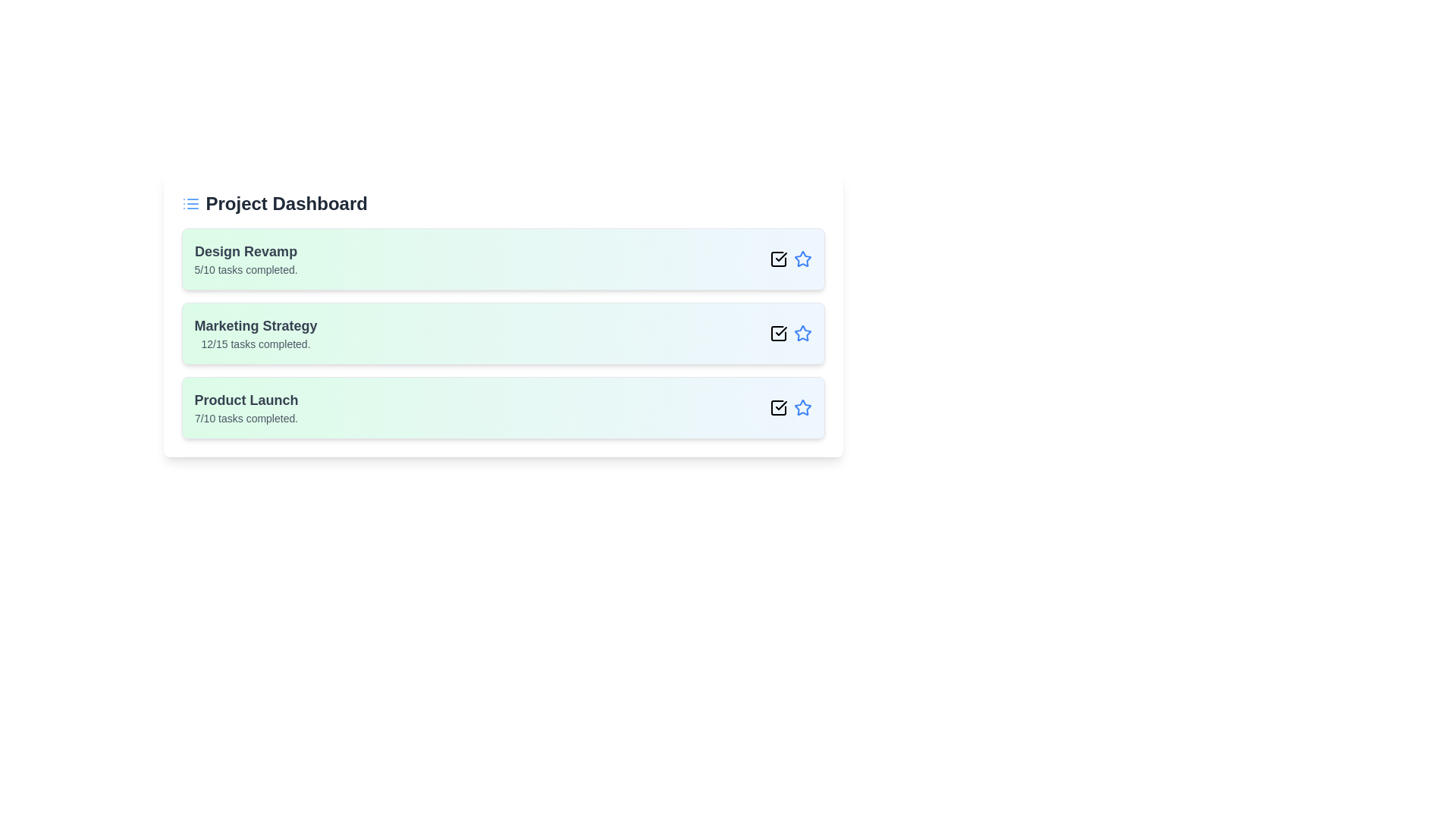 Image resolution: width=1456 pixels, height=819 pixels. Describe the element at coordinates (503, 259) in the screenshot. I see `the project item Design Revamp to select it` at that location.